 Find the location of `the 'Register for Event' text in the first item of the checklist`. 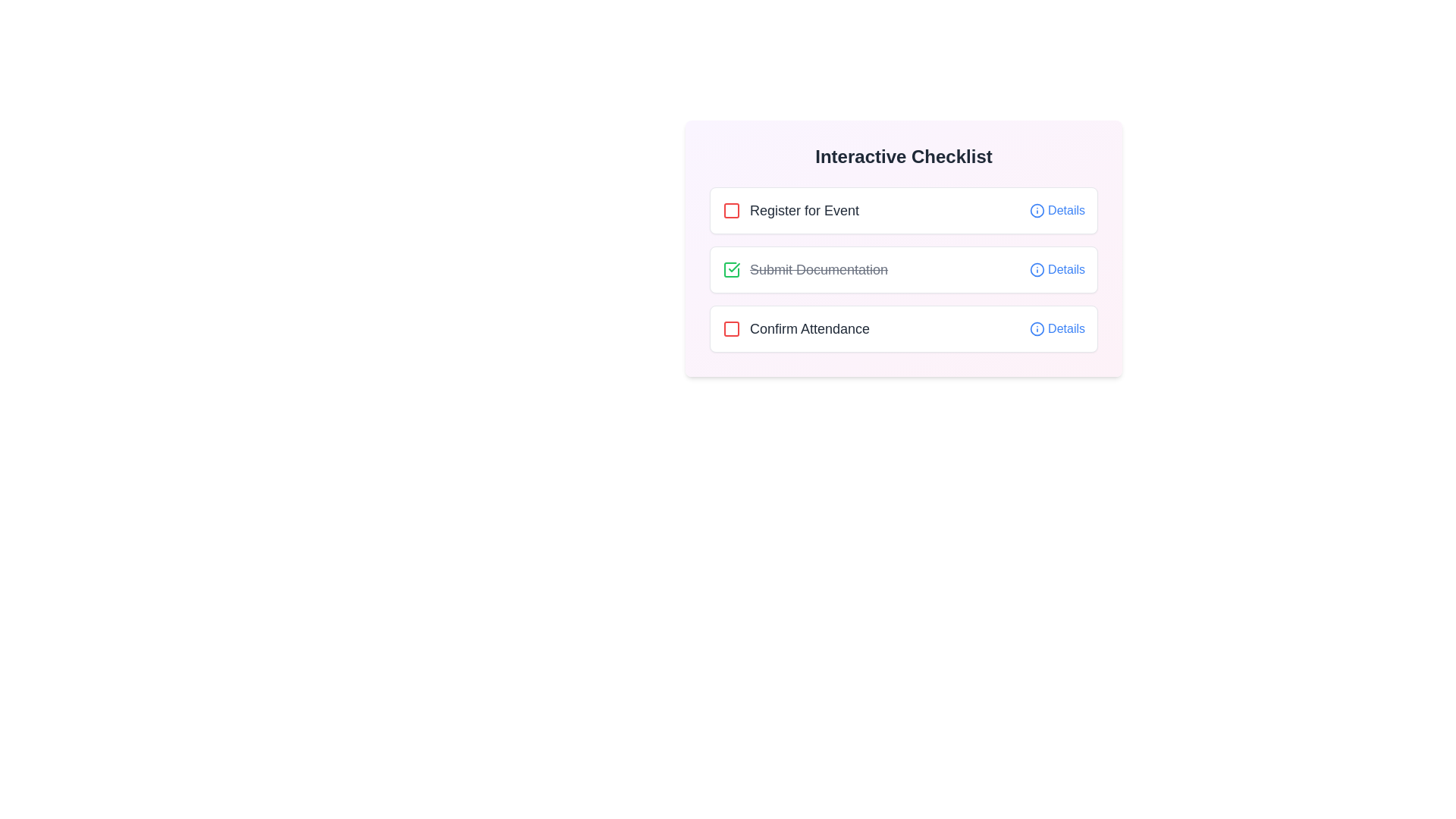

the 'Register for Event' text in the first item of the checklist is located at coordinates (789, 210).